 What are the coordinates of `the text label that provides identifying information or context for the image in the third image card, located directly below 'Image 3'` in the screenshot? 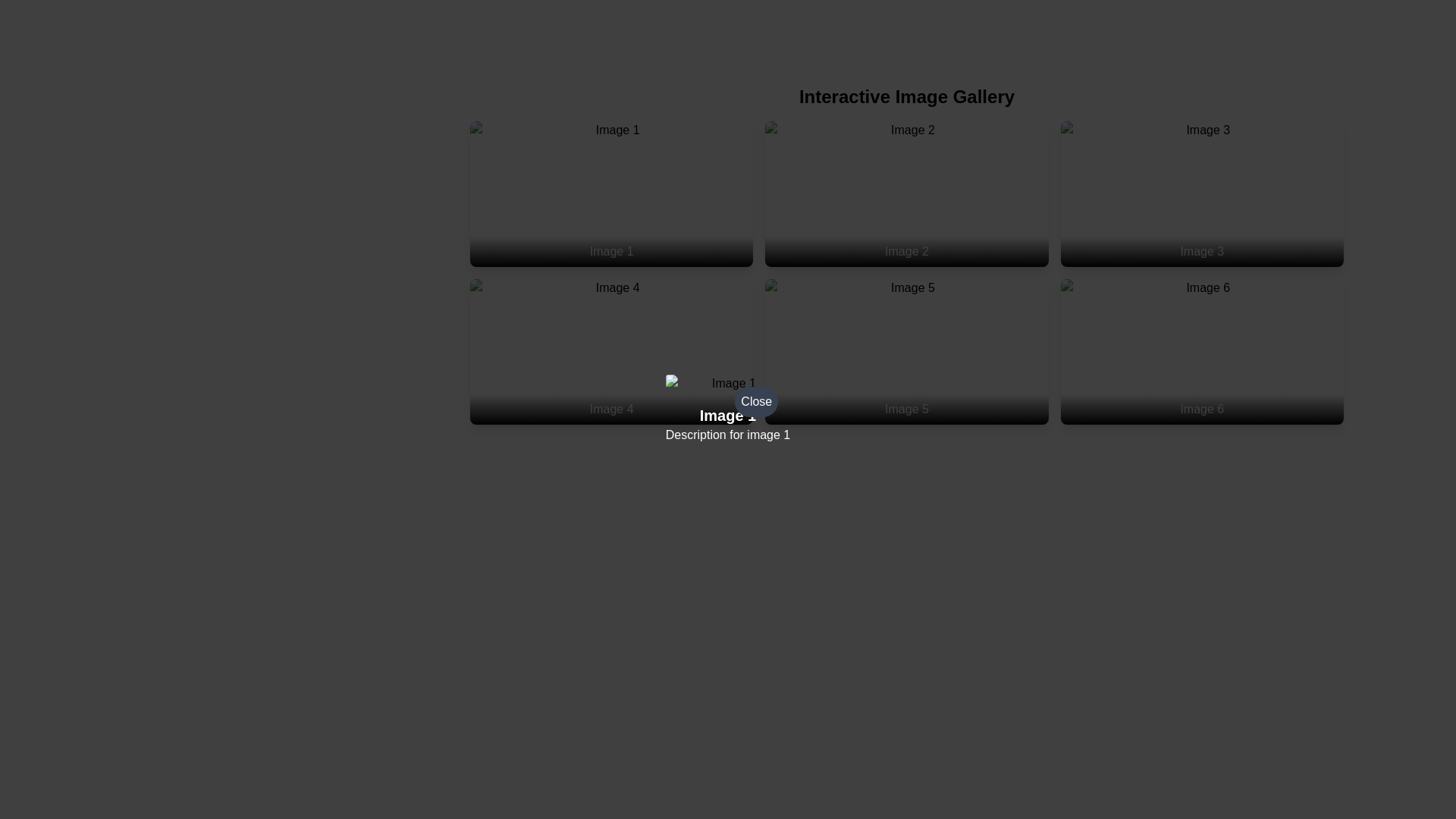 It's located at (1201, 250).